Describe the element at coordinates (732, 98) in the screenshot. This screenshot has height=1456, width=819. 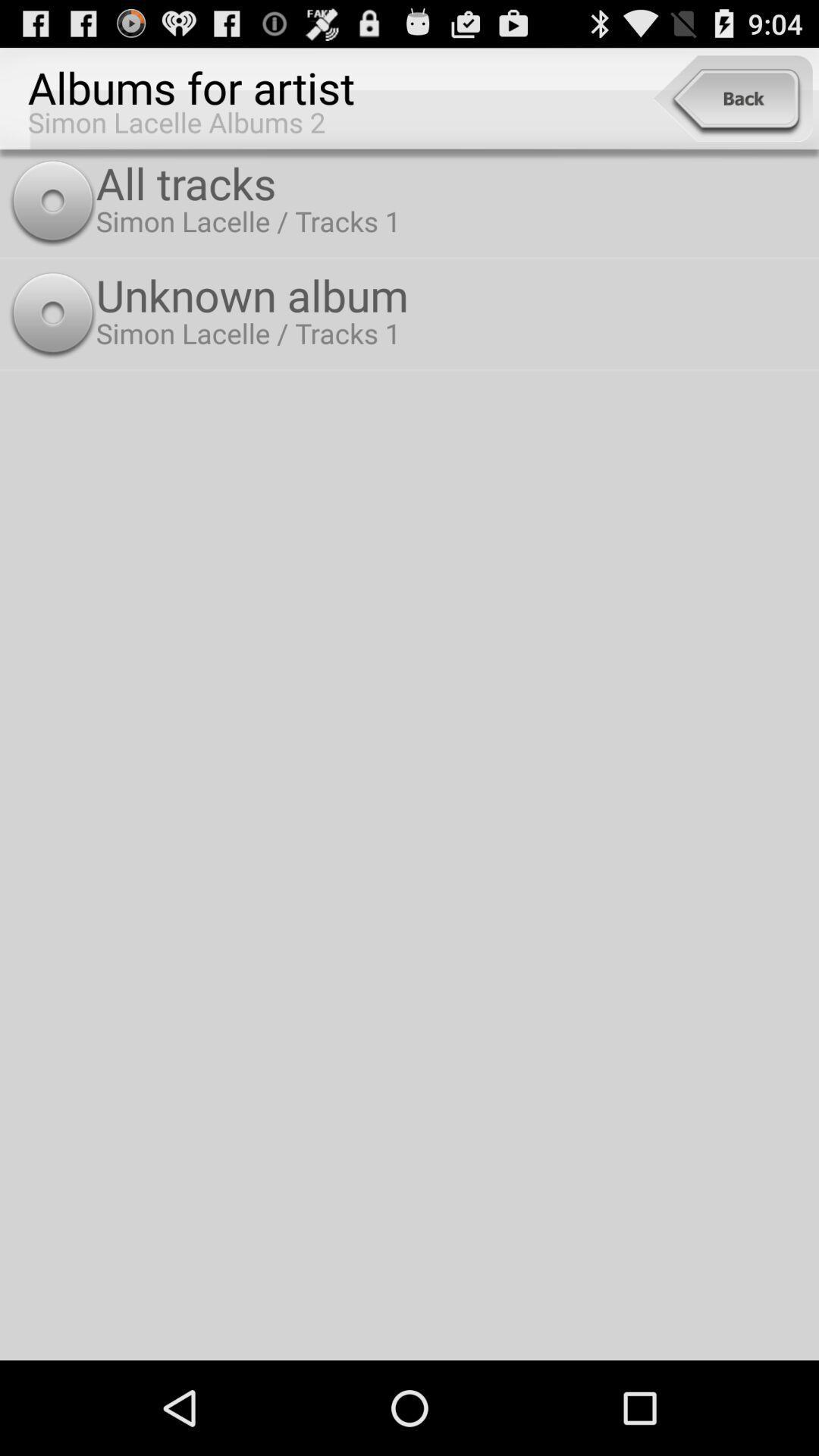
I see `the item above all tracks item` at that location.